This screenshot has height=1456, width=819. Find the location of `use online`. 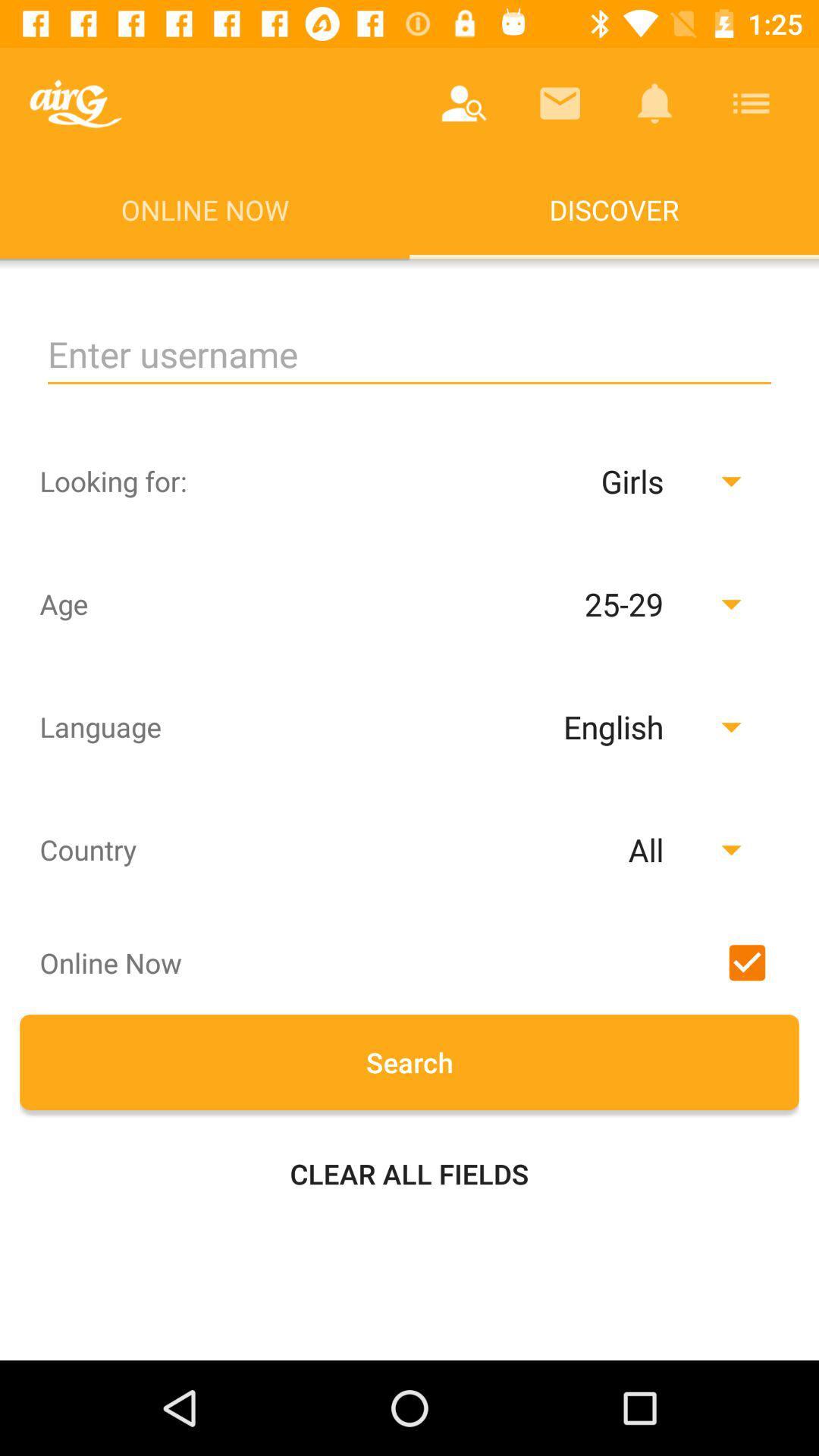

use online is located at coordinates (746, 962).